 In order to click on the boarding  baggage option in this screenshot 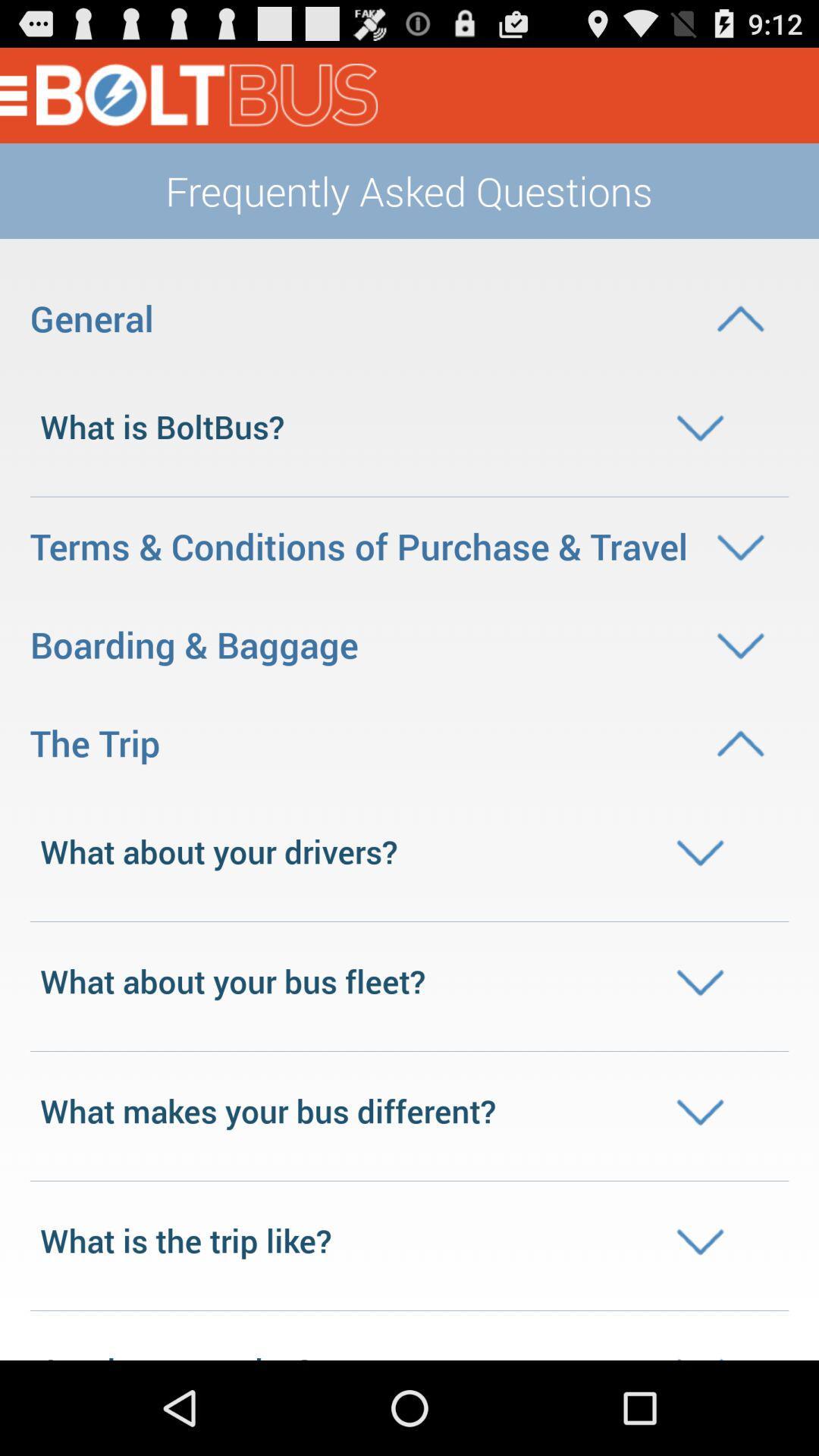, I will do `click(409, 644)`.